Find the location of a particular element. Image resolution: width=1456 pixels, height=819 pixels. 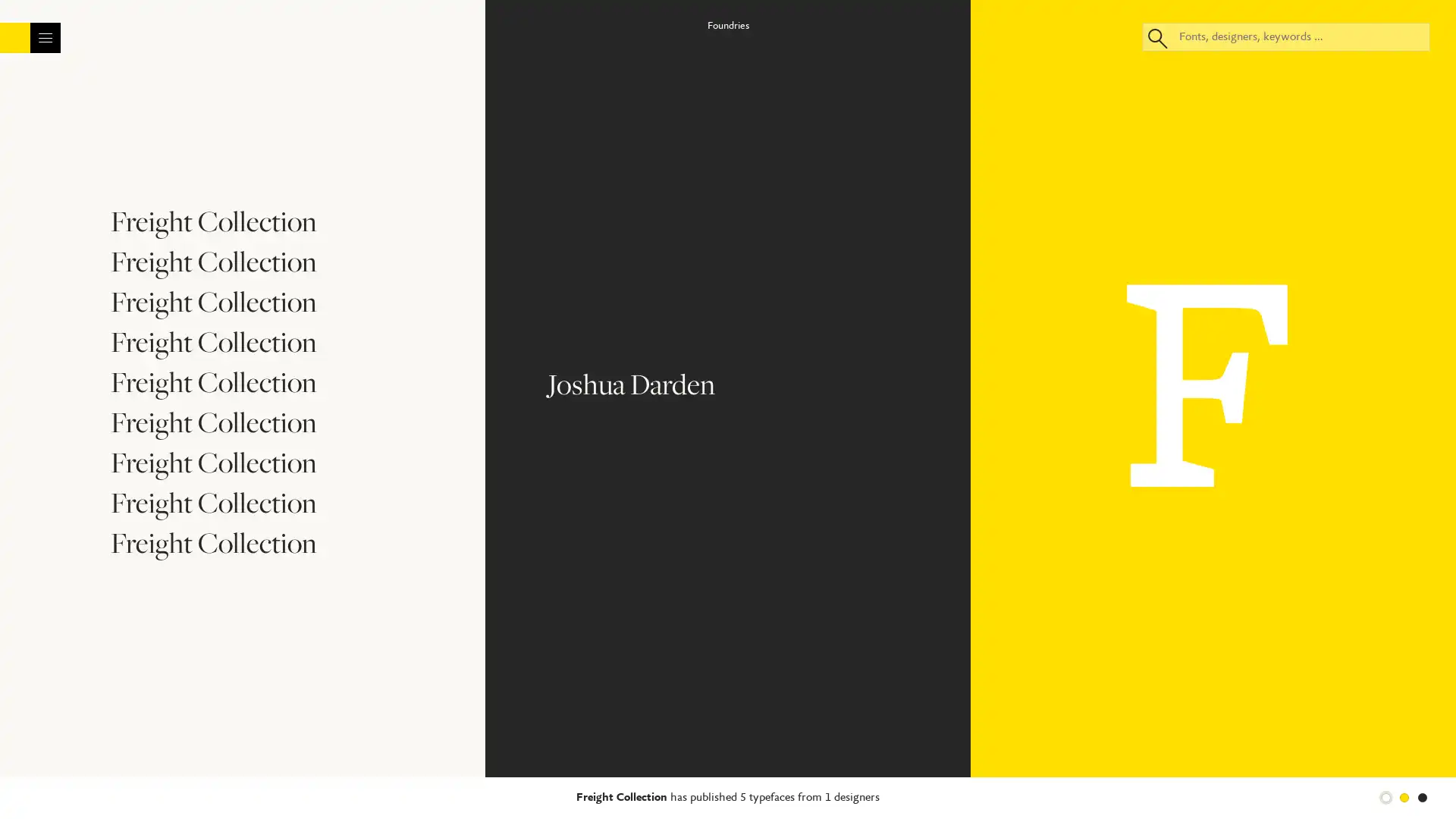

Subscribe is located at coordinates (726, 409).